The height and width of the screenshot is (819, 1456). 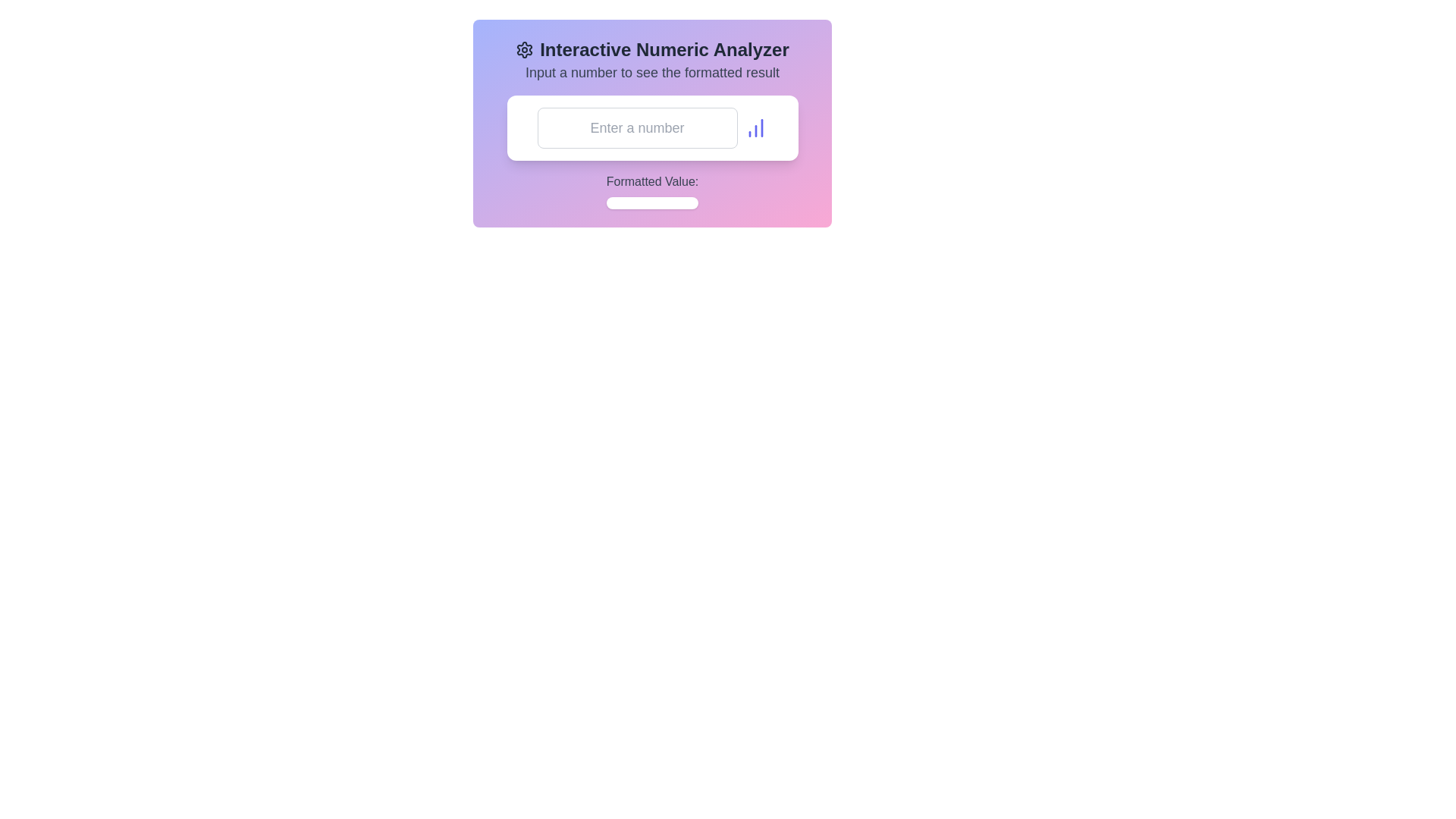 What do you see at coordinates (652, 49) in the screenshot?
I see `title text with decorative icon located at the top-center of the interface, which serves as a descriptive header indicating the page functionality` at bounding box center [652, 49].